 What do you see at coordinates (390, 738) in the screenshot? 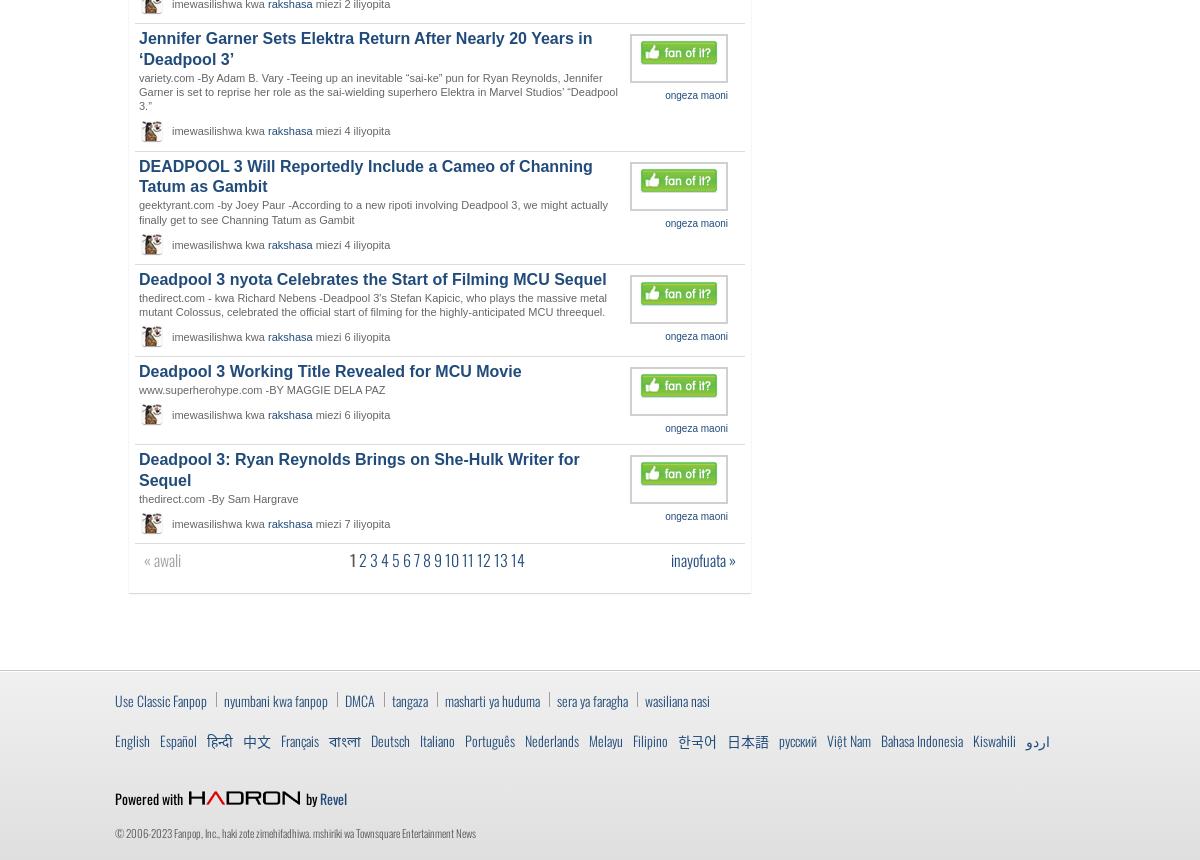
I see `'Deutsch'` at bounding box center [390, 738].